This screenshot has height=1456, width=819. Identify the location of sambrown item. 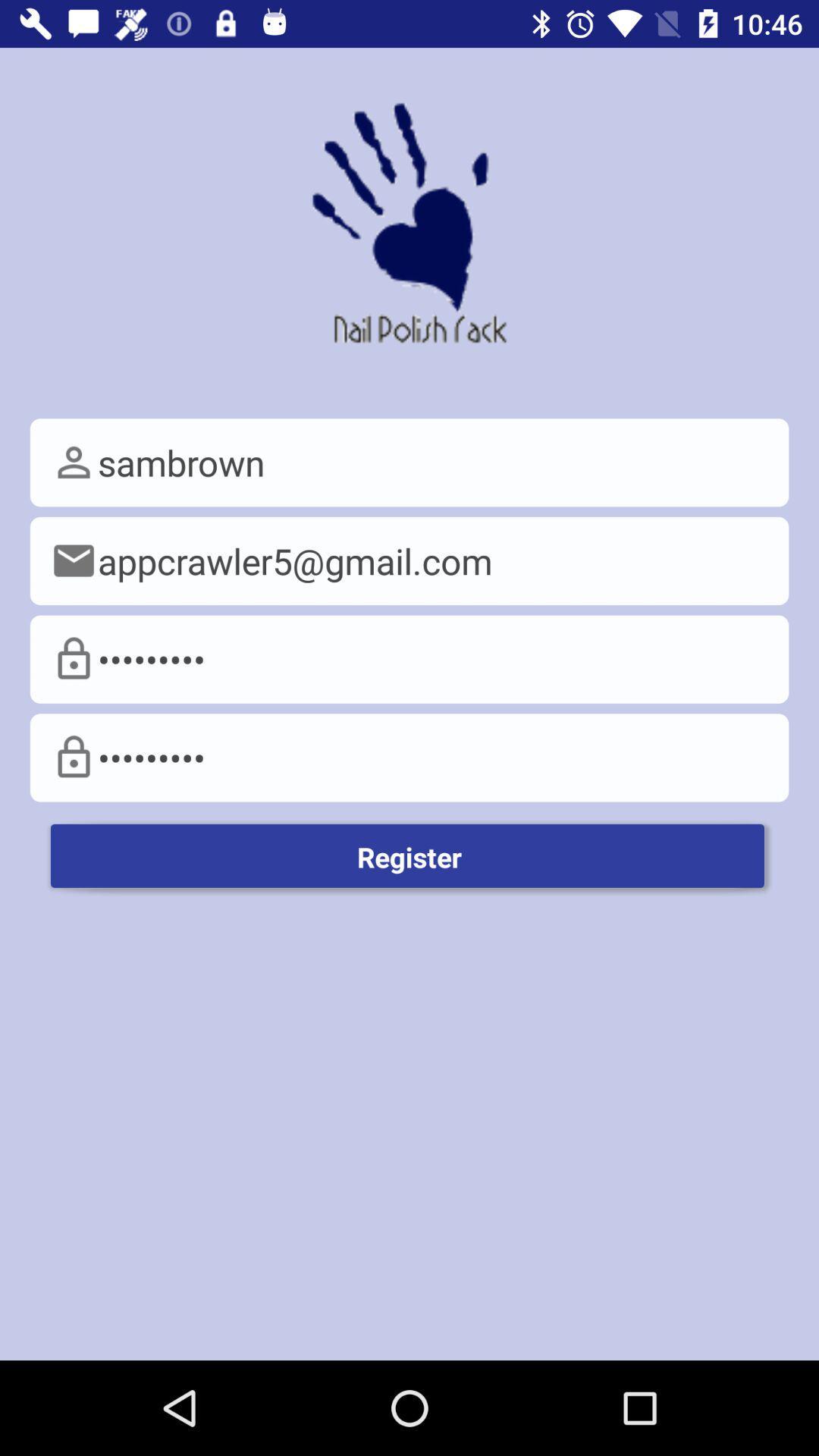
(409, 462).